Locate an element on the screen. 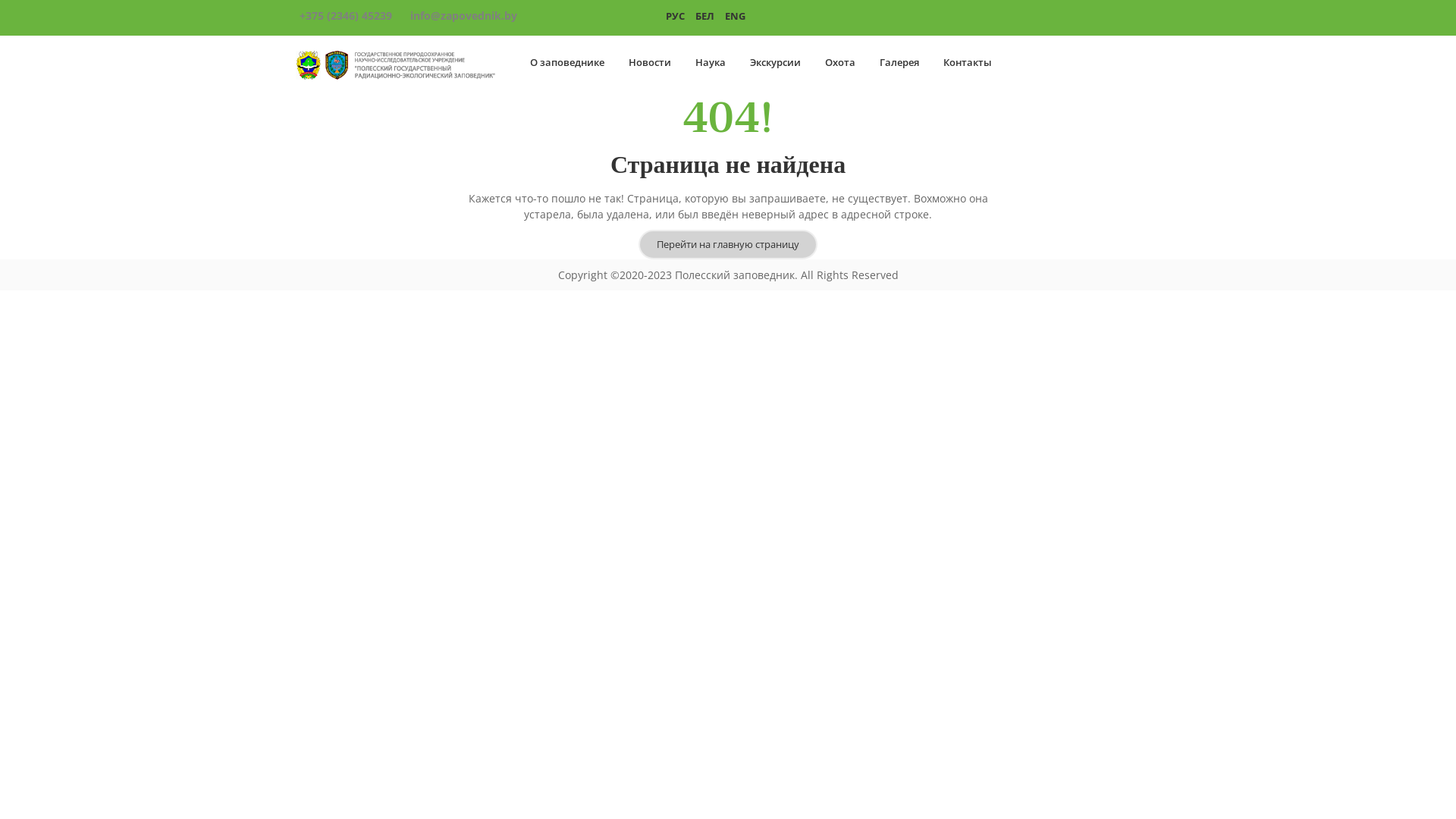  'Telegram' is located at coordinates (1143, 17).